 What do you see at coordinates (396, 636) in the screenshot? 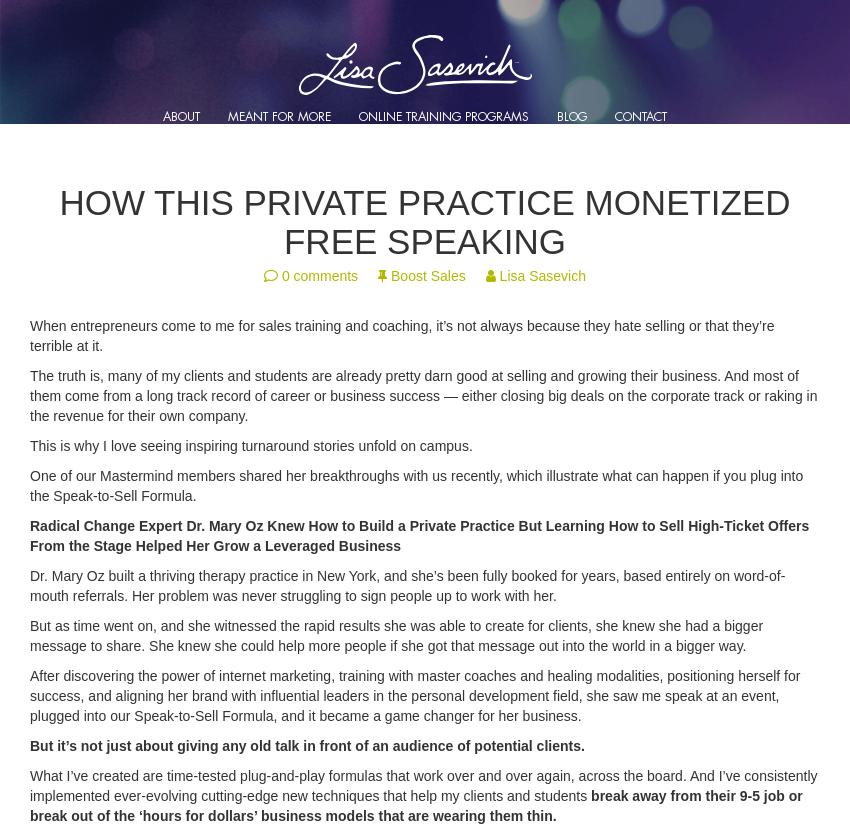
I see `'But as time went on, and she witnessed the rapid results she was able to create for clients, she knew she had a bigger message to share. She knew she could help more people if she got that message out into the world in a bigger way.'` at bounding box center [396, 636].